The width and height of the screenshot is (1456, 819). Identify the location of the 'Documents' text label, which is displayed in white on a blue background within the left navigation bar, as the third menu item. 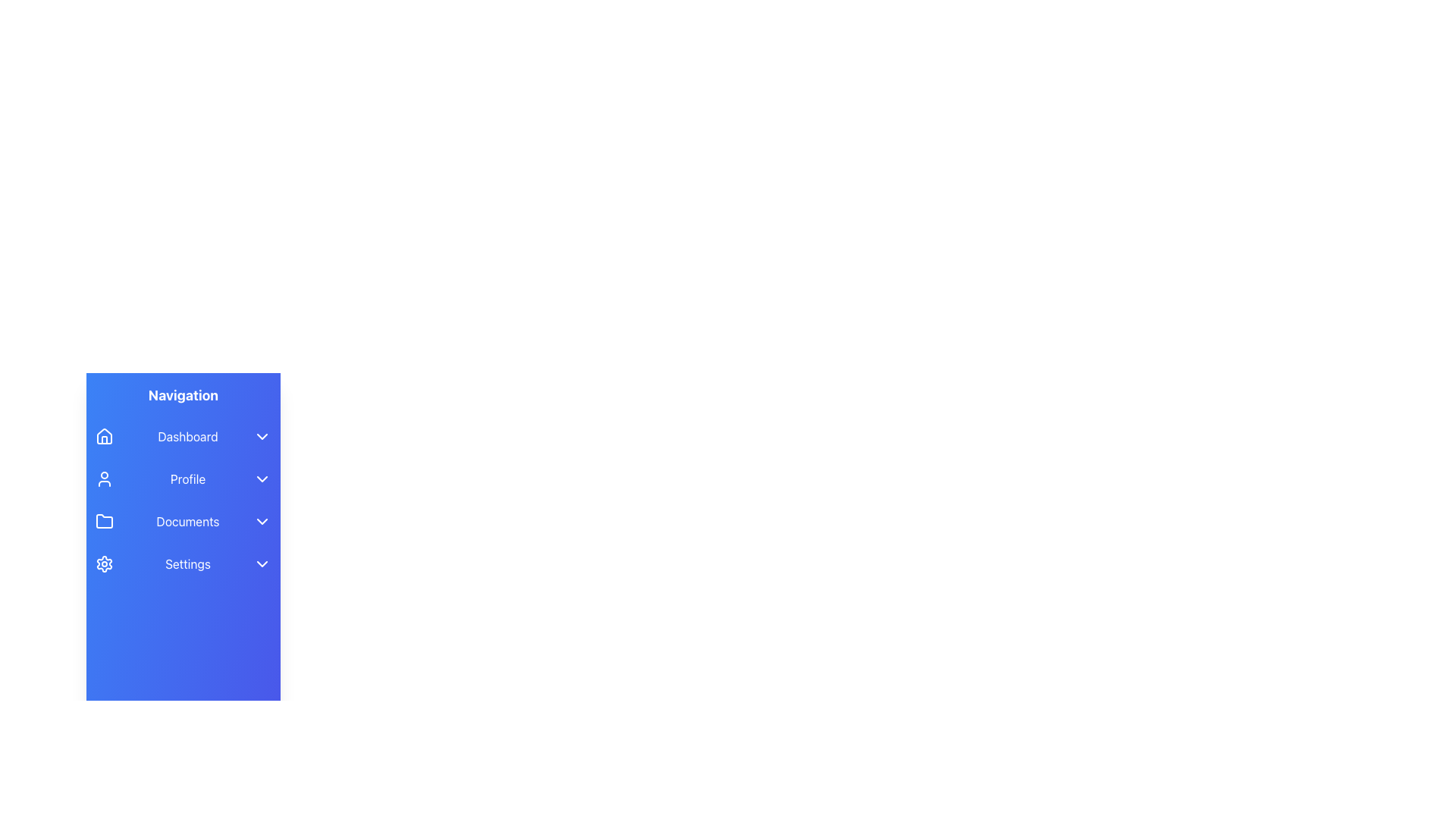
(187, 520).